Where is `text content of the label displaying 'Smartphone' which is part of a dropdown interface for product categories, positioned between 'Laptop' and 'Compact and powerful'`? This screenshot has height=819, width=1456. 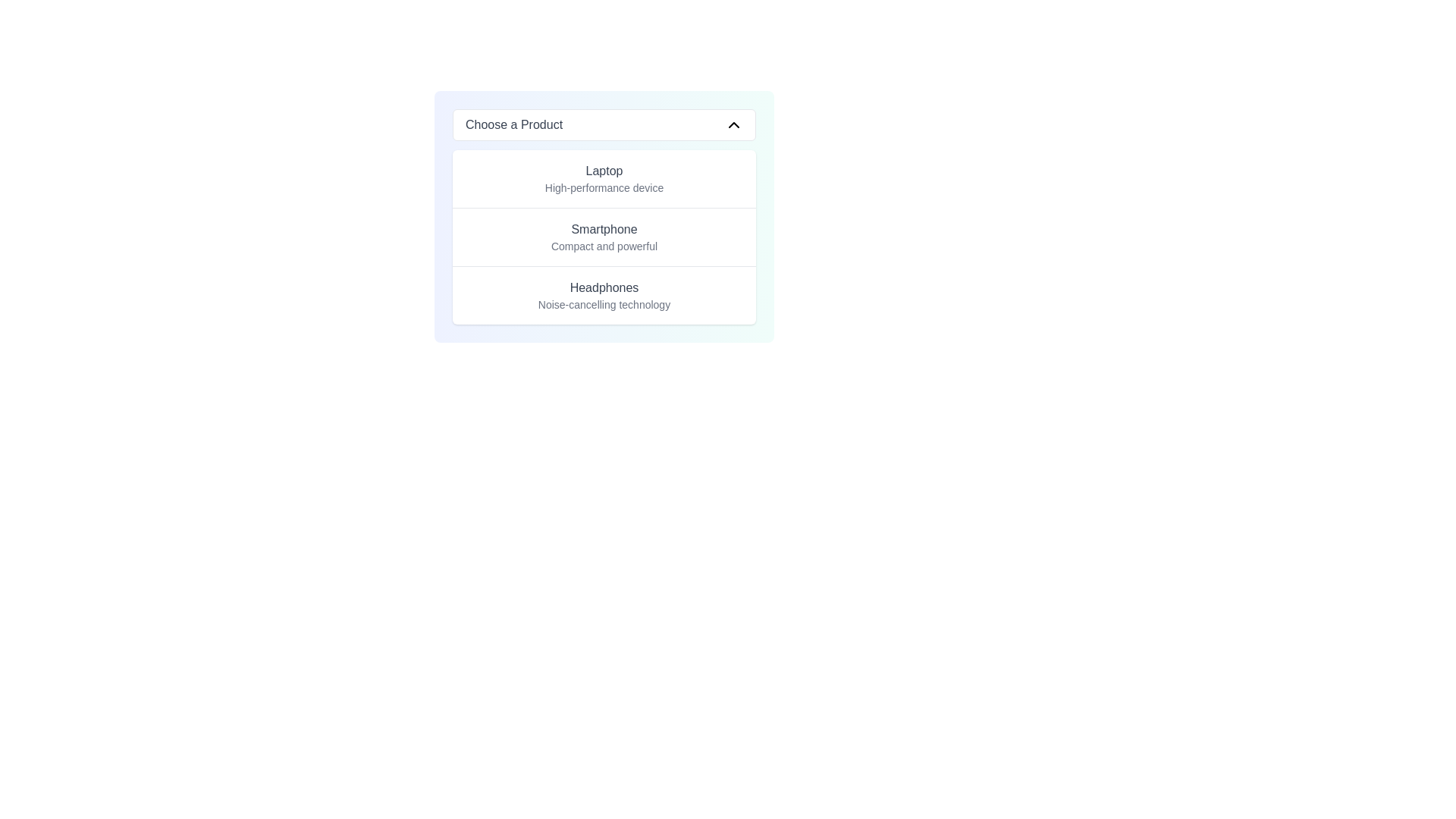
text content of the label displaying 'Smartphone' which is part of a dropdown interface for product categories, positioned between 'Laptop' and 'Compact and powerful' is located at coordinates (603, 230).